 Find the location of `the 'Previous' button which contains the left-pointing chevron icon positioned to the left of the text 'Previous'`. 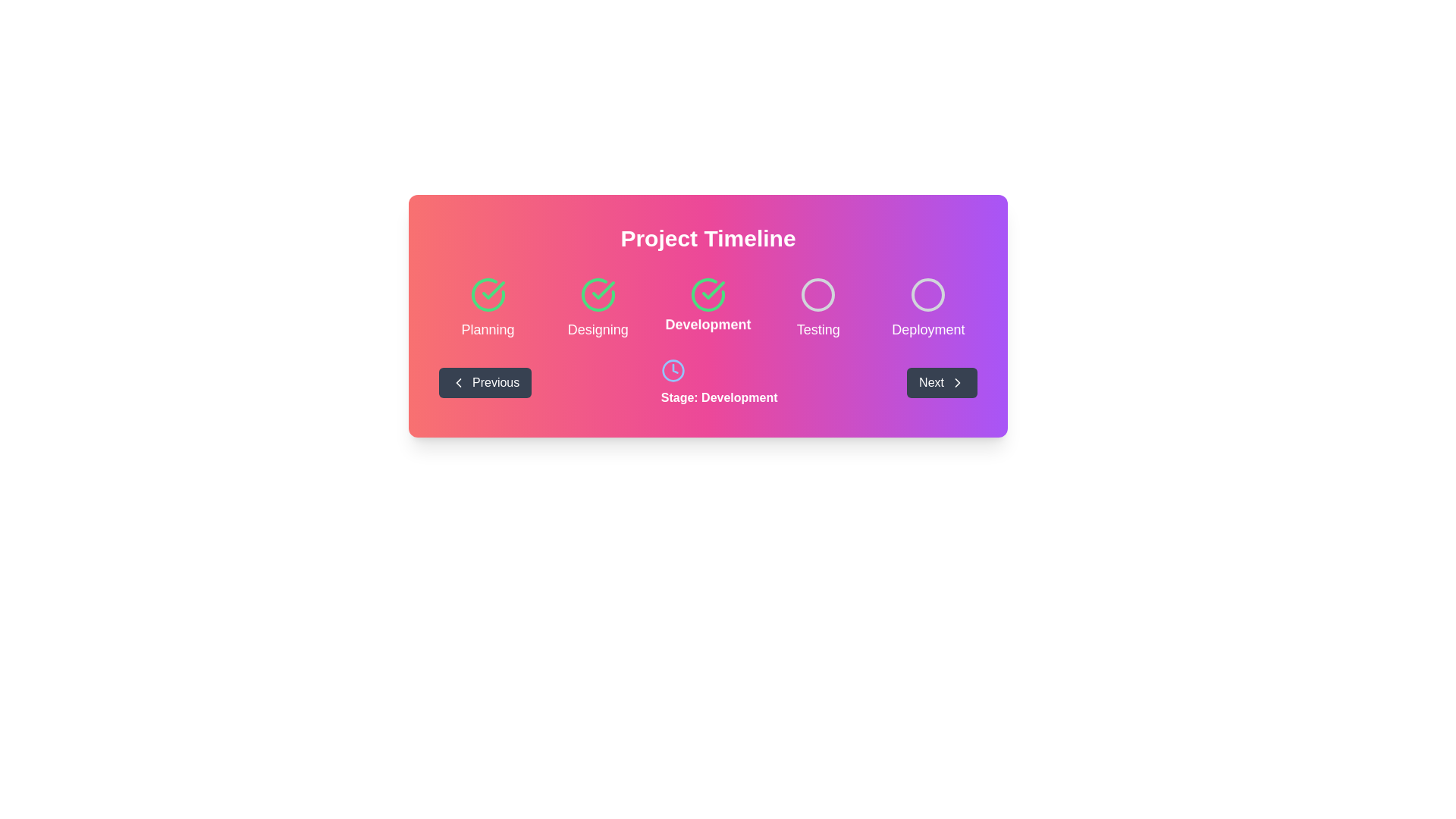

the 'Previous' button which contains the left-pointing chevron icon positioned to the left of the text 'Previous' is located at coordinates (457, 382).